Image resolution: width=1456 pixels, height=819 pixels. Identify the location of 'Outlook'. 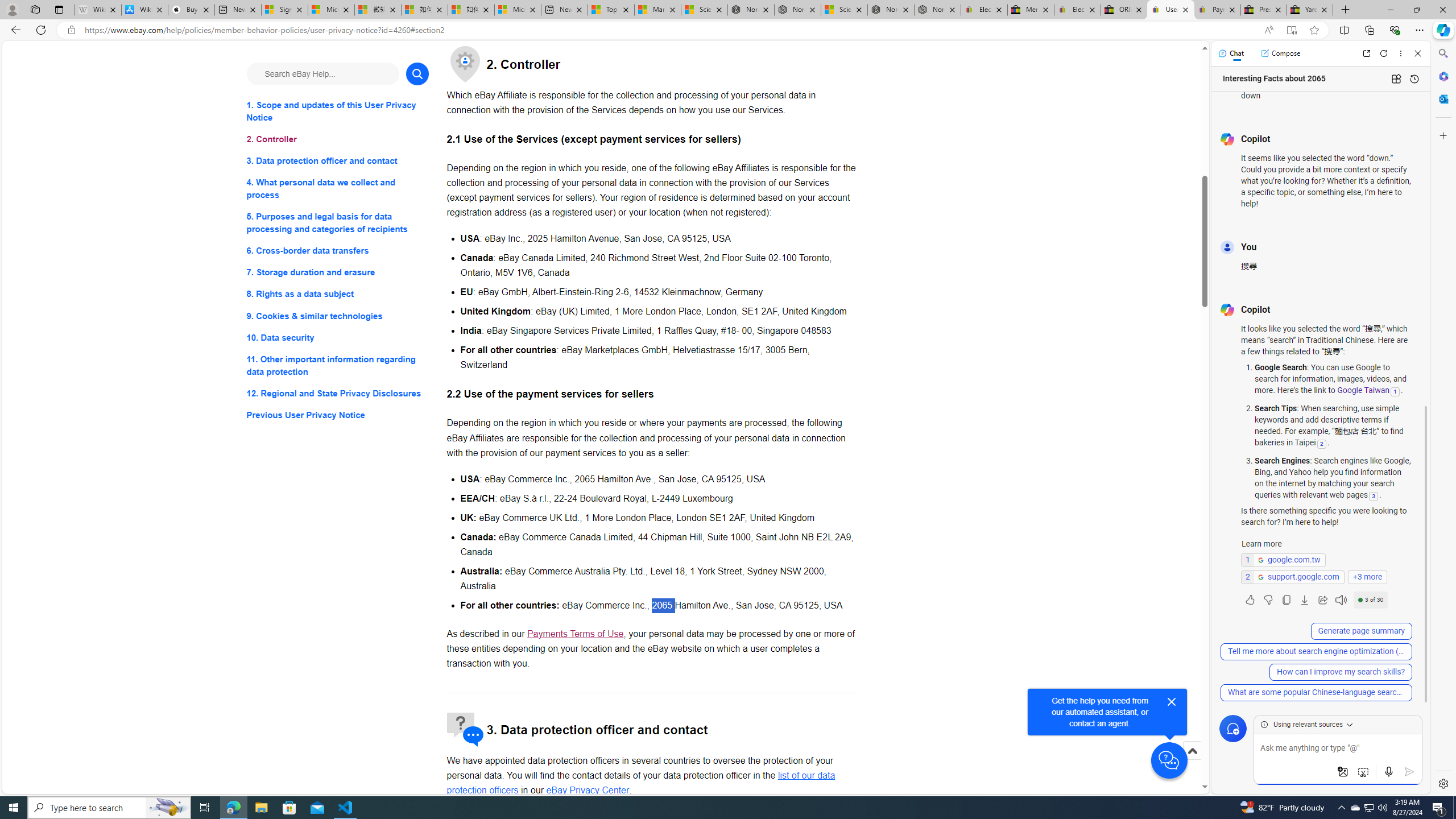
(1442, 98).